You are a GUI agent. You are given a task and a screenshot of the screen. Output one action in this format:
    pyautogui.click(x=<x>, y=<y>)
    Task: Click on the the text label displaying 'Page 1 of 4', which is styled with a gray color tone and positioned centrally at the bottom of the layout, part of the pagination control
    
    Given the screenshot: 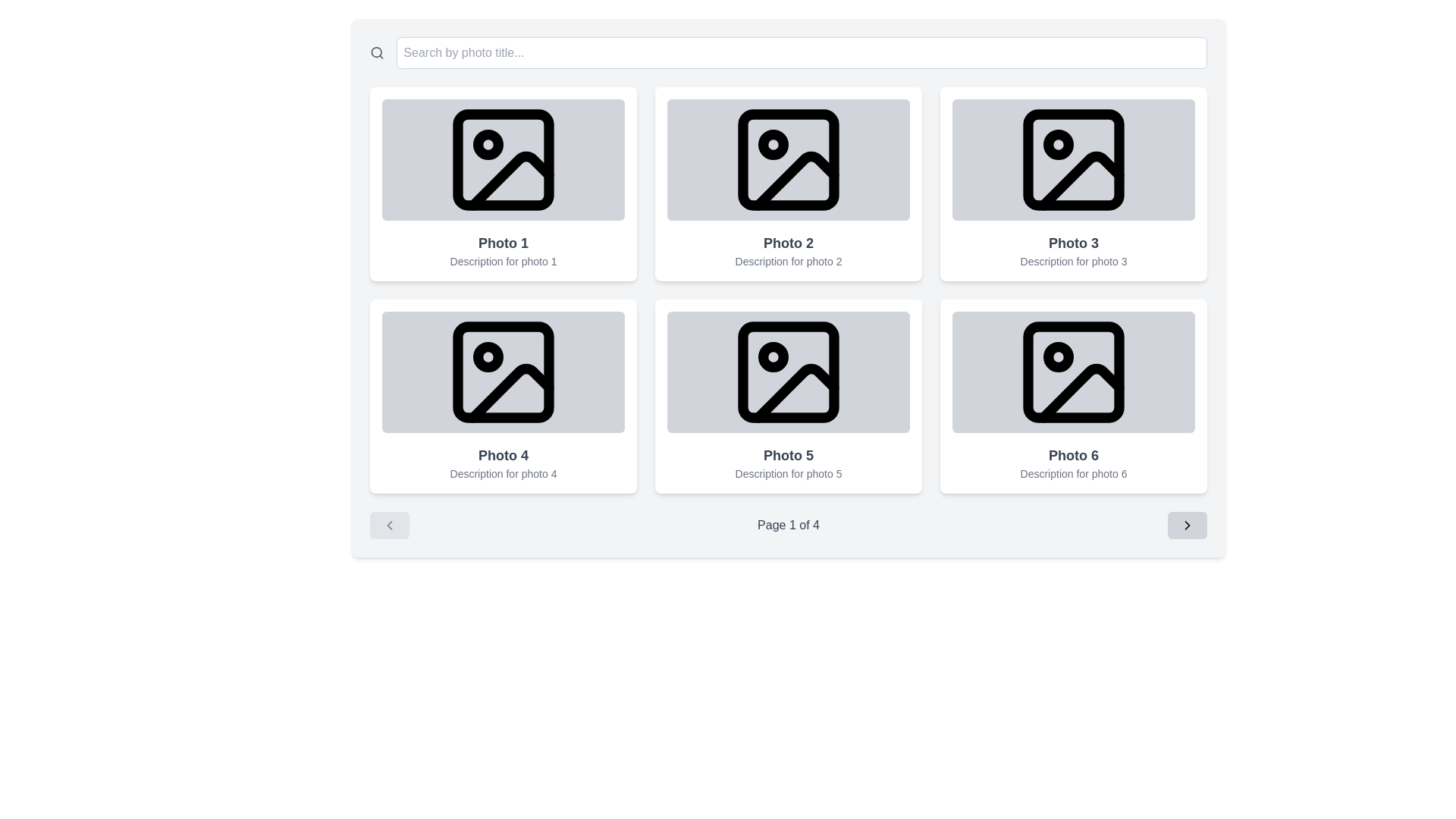 What is the action you would take?
    pyautogui.click(x=789, y=525)
    